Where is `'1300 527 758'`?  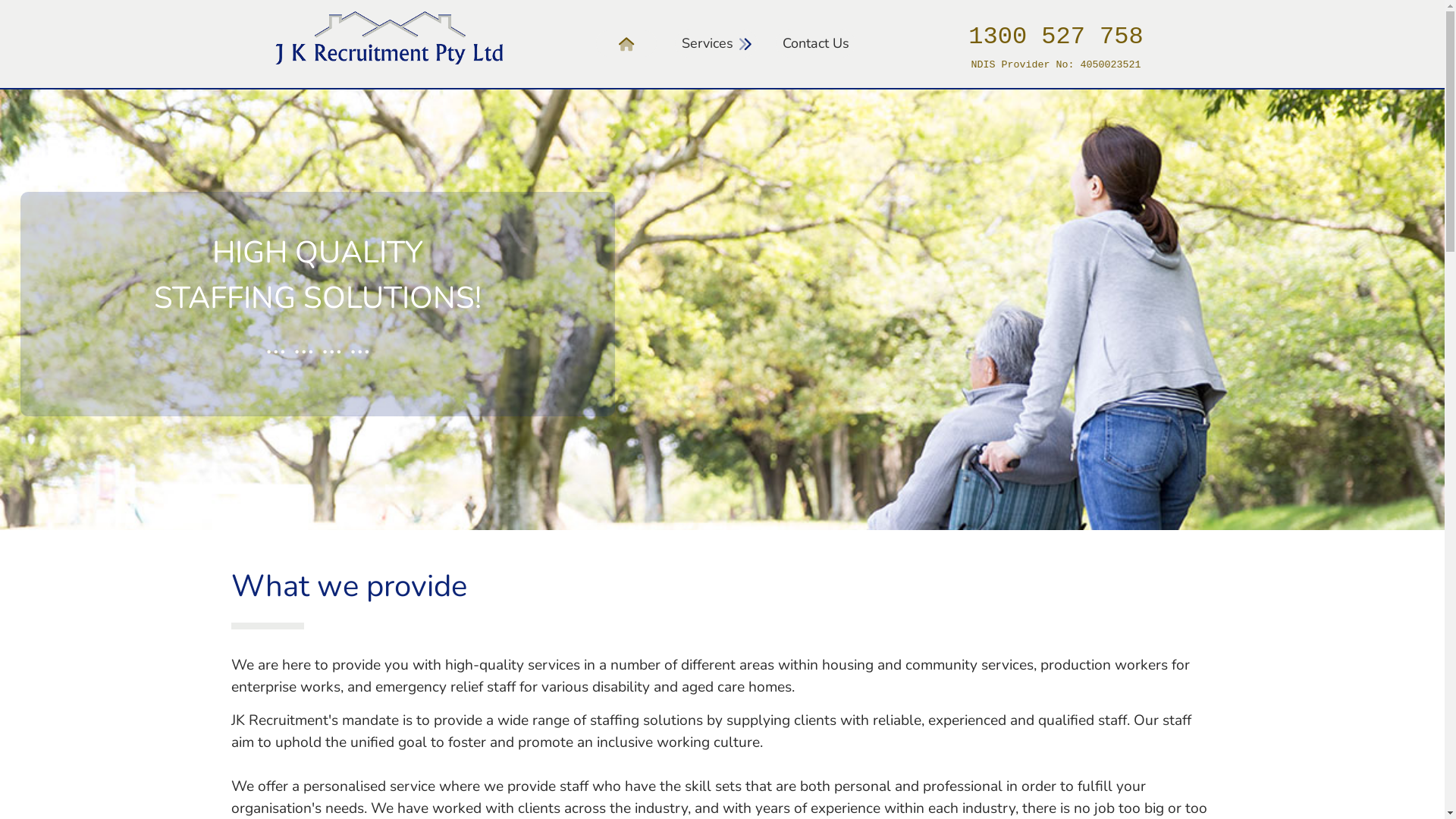 '1300 527 758' is located at coordinates (967, 39).